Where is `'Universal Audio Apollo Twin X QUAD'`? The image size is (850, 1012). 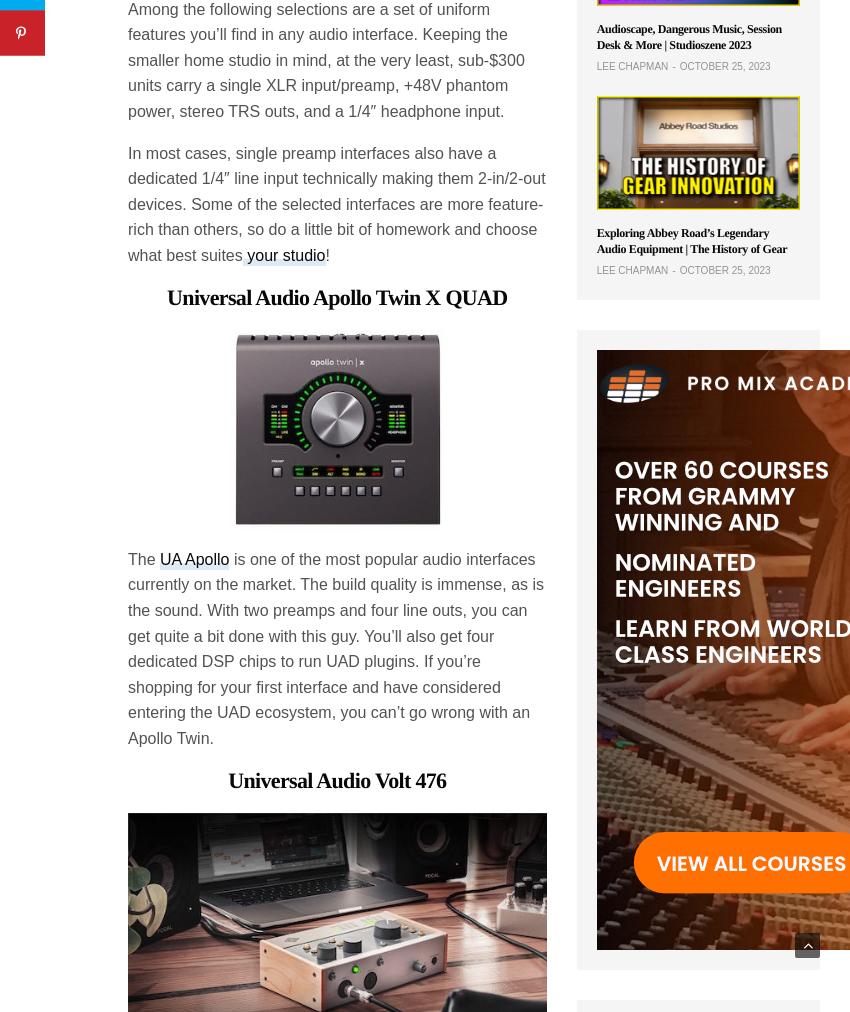 'Universal Audio Apollo Twin X QUAD' is located at coordinates (337, 295).